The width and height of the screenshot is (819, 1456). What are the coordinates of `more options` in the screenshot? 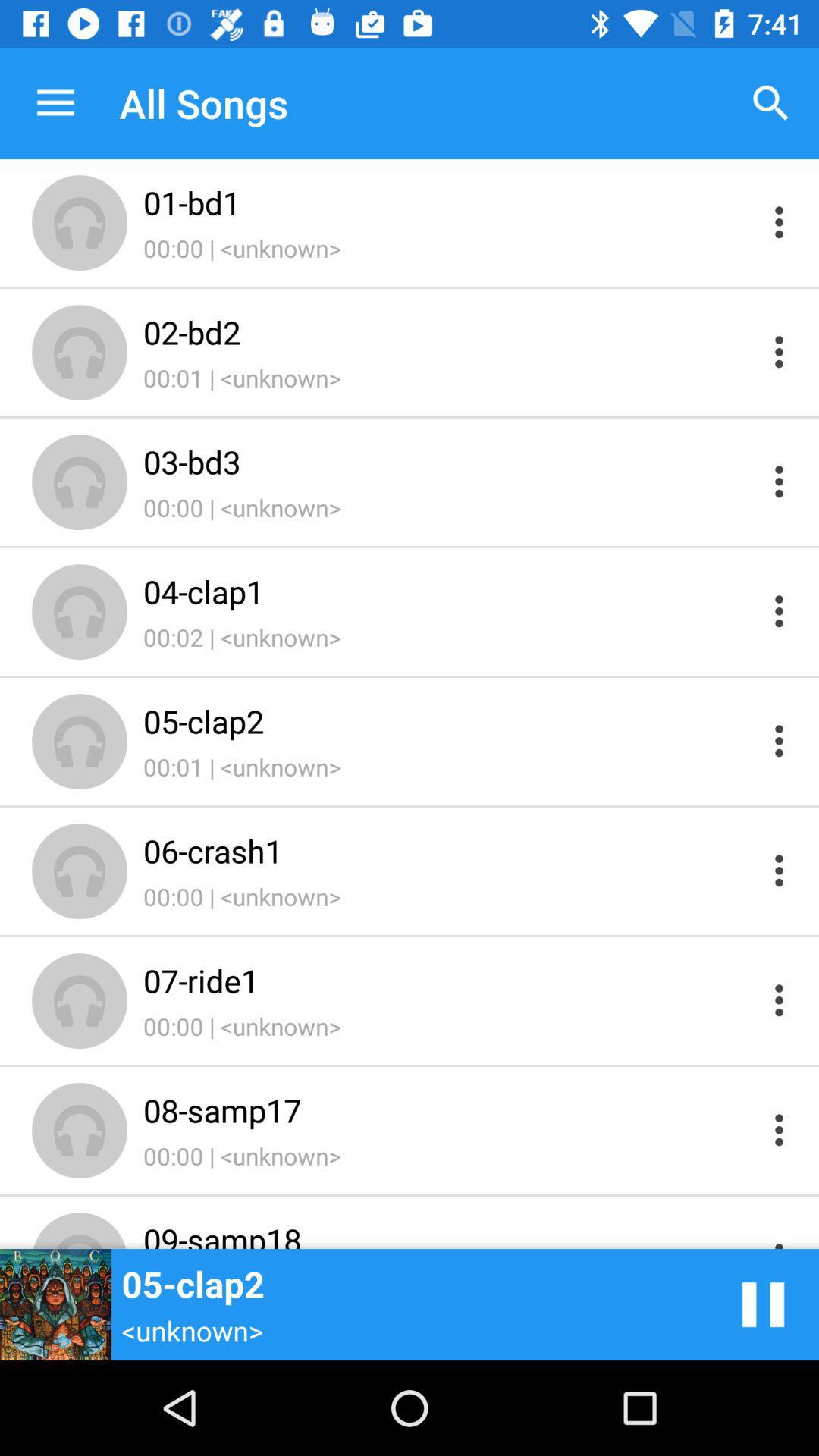 It's located at (779, 481).